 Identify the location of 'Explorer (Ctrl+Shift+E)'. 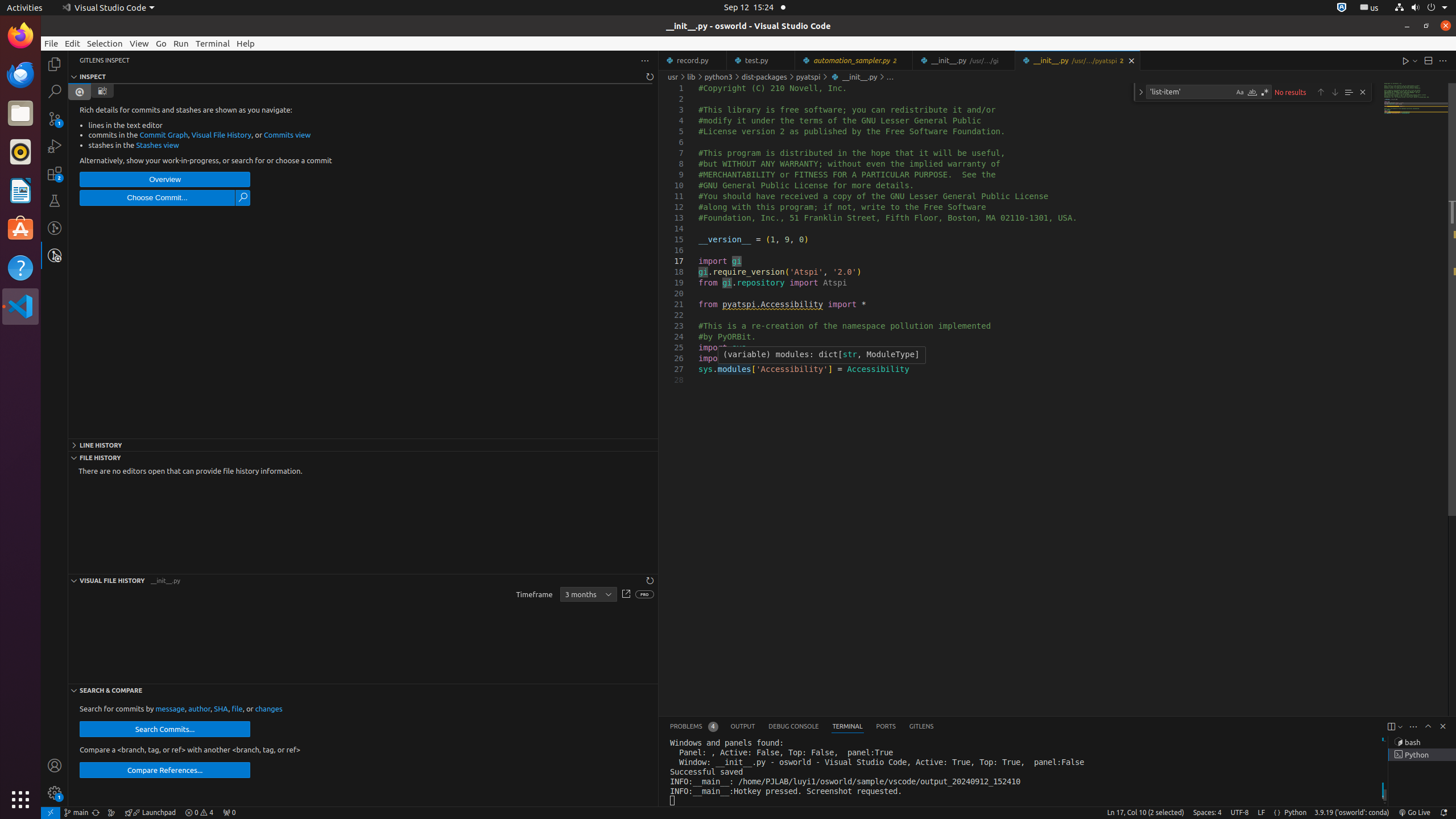
(54, 64).